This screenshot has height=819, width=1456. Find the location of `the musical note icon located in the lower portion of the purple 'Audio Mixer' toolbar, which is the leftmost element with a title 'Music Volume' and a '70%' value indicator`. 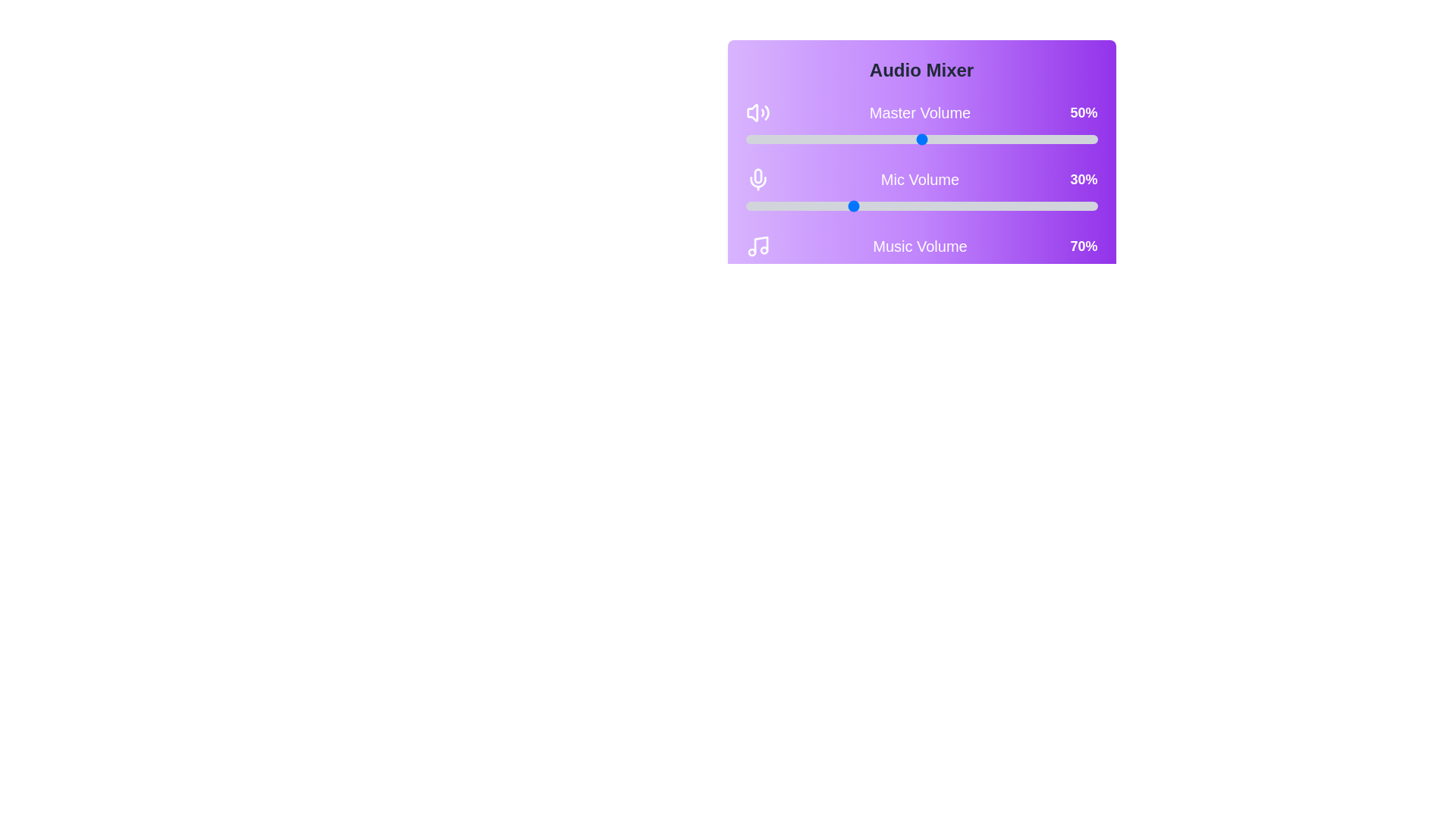

the musical note icon located in the lower portion of the purple 'Audio Mixer' toolbar, which is the leftmost element with a title 'Music Volume' and a '70%' value indicator is located at coordinates (758, 245).